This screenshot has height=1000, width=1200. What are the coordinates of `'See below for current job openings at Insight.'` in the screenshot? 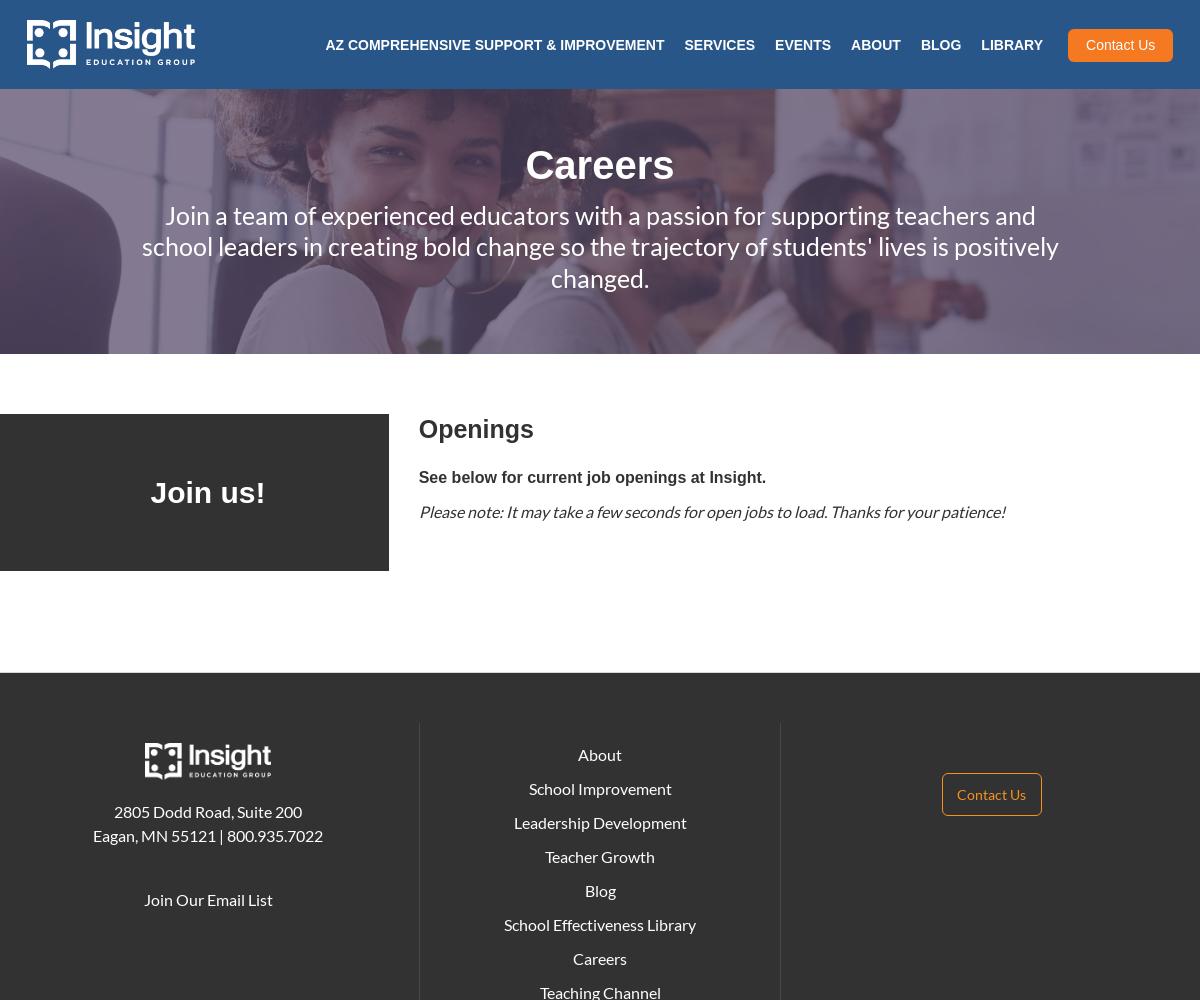 It's located at (593, 476).